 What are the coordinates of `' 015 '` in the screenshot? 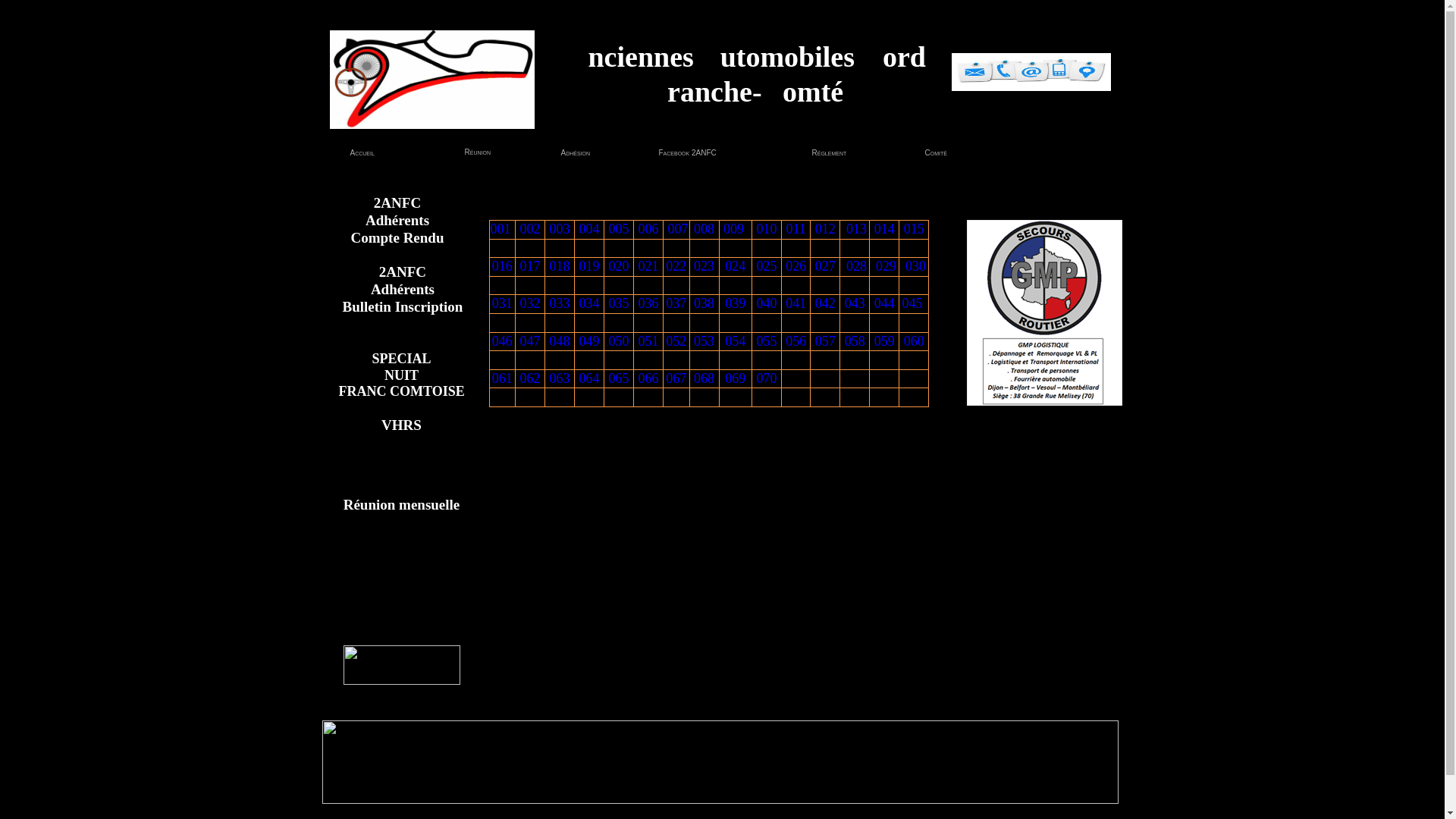 It's located at (912, 228).